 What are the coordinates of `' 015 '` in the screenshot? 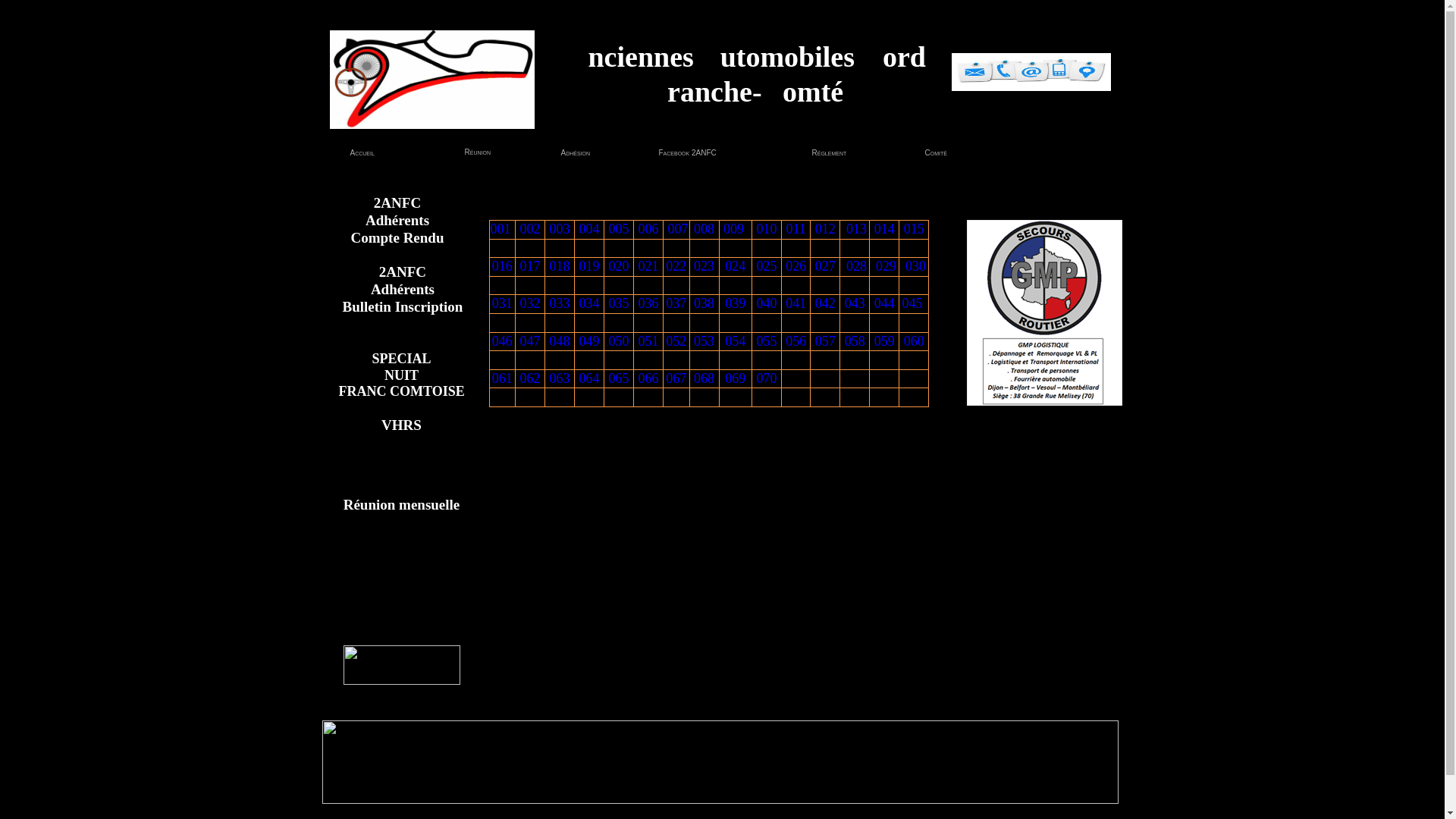 It's located at (912, 228).